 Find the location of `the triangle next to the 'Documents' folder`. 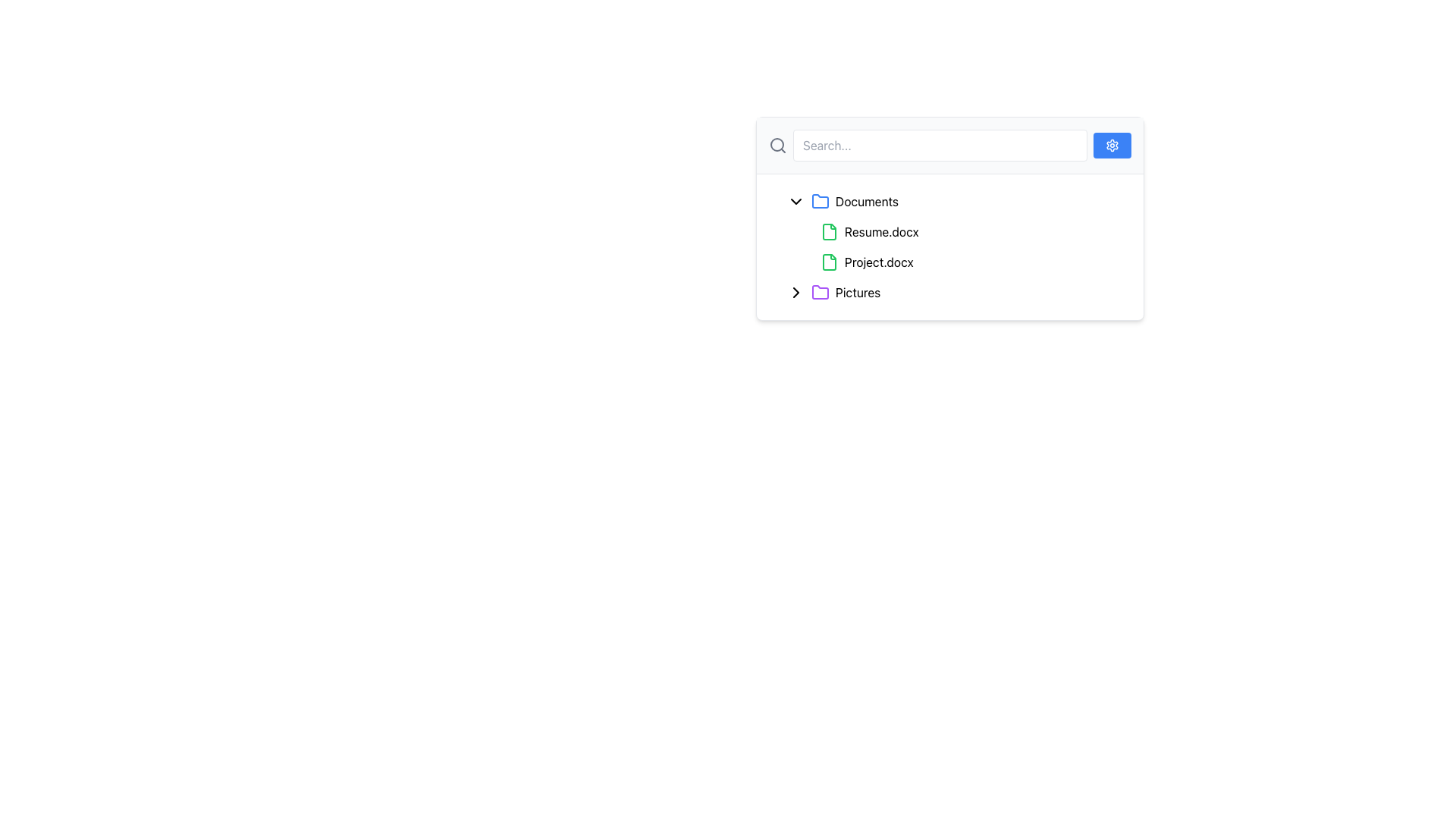

the triangle next to the 'Documents' folder is located at coordinates (955, 201).